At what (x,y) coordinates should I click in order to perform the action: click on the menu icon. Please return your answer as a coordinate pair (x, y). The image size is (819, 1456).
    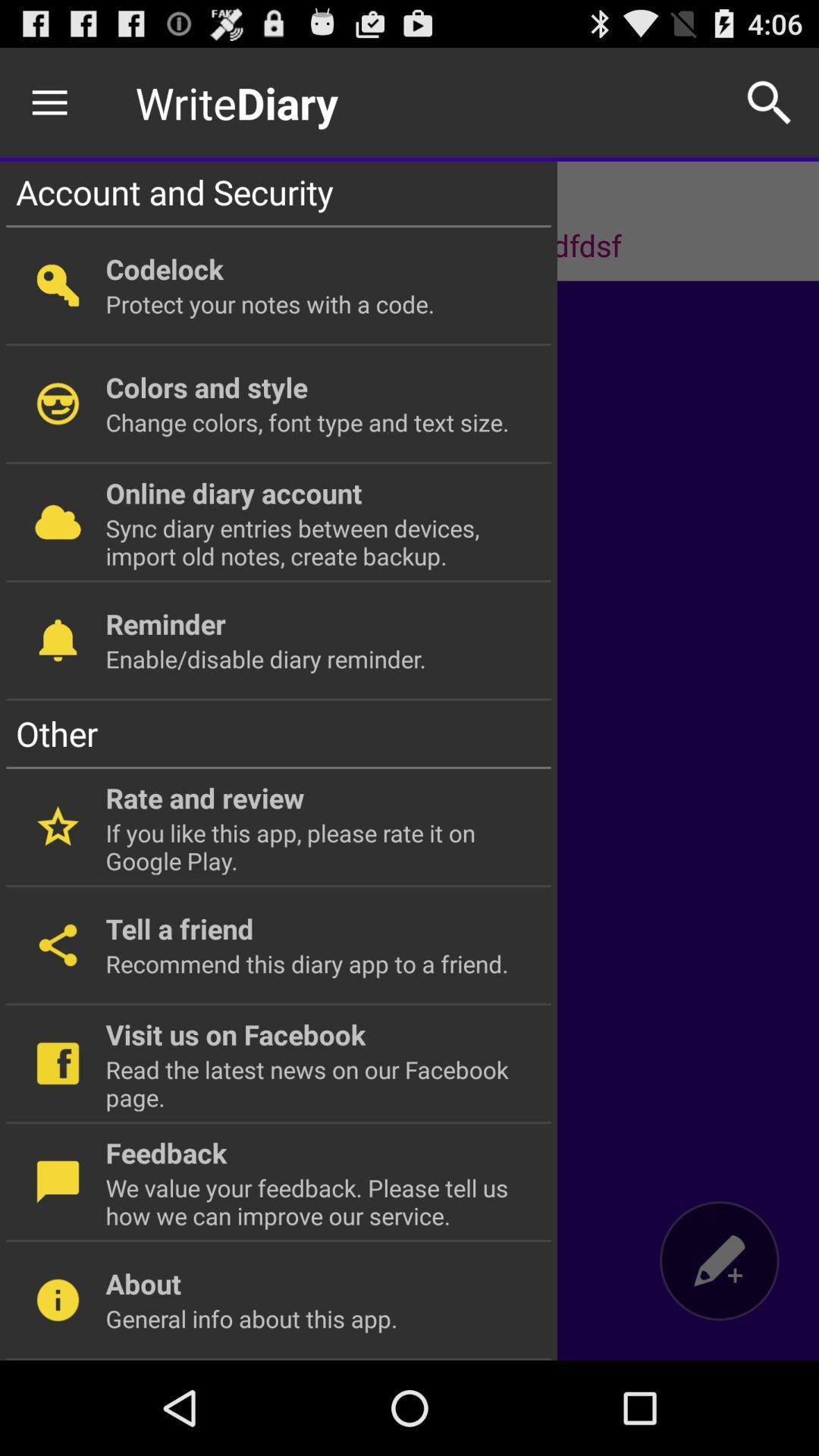
    Looking at the image, I should click on (58, 108).